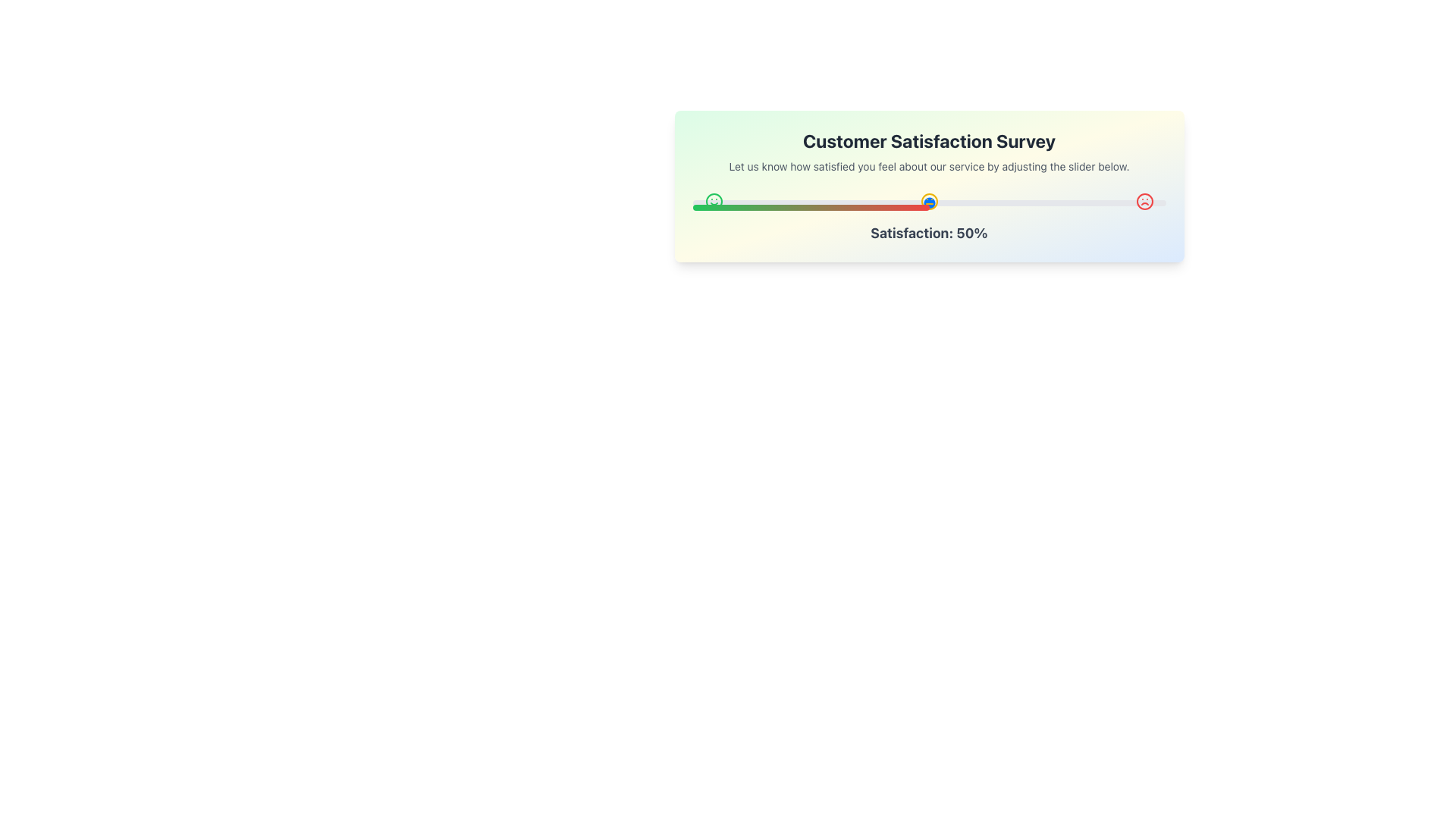  I want to click on satisfaction level, so click(773, 202).